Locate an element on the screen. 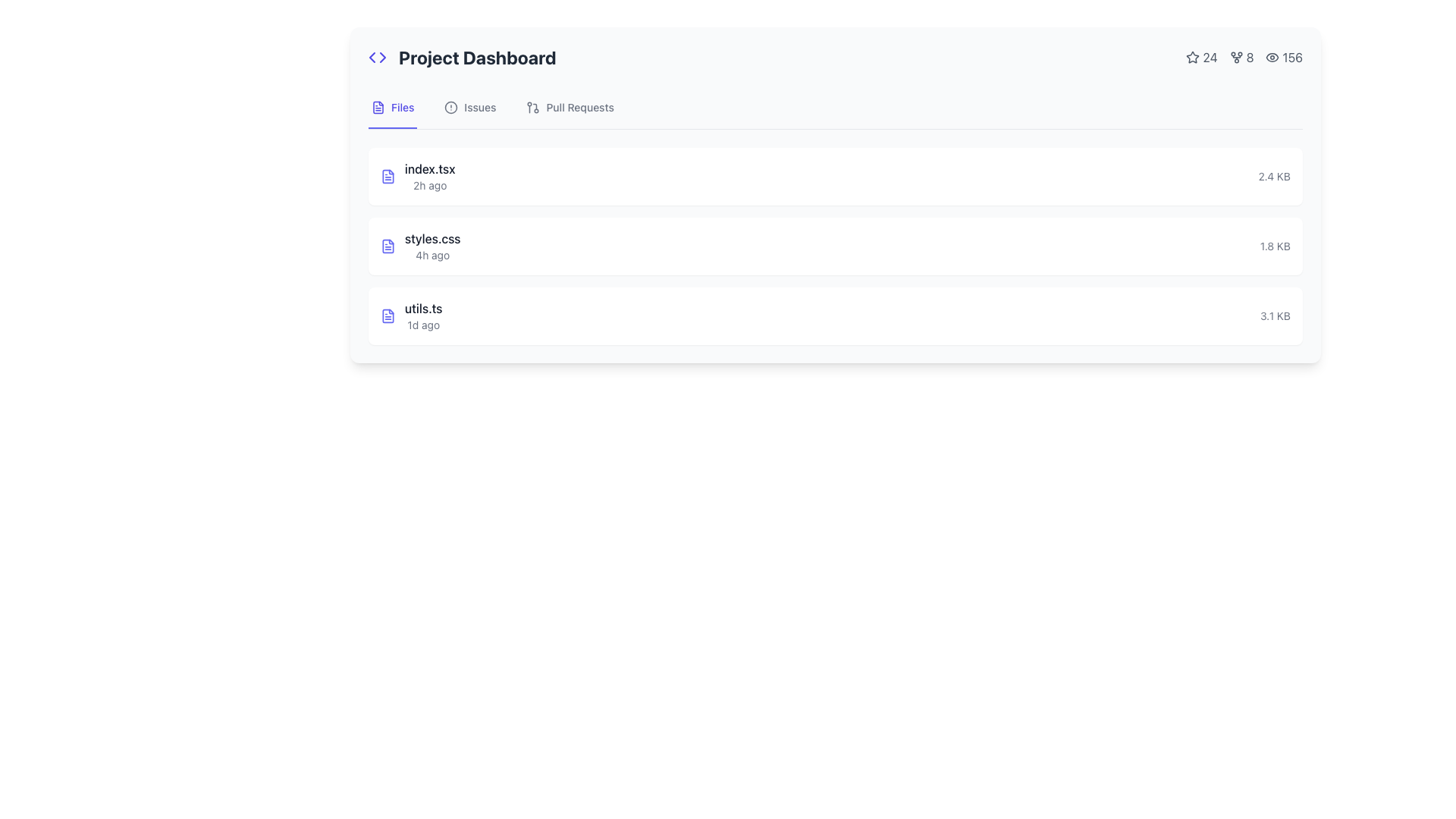 This screenshot has width=1456, height=819. text label that indicates the file size, which shows '3.1 KB' located at the bottom-right corner of the file list item labeled 'utils.ts' is located at coordinates (1274, 315).